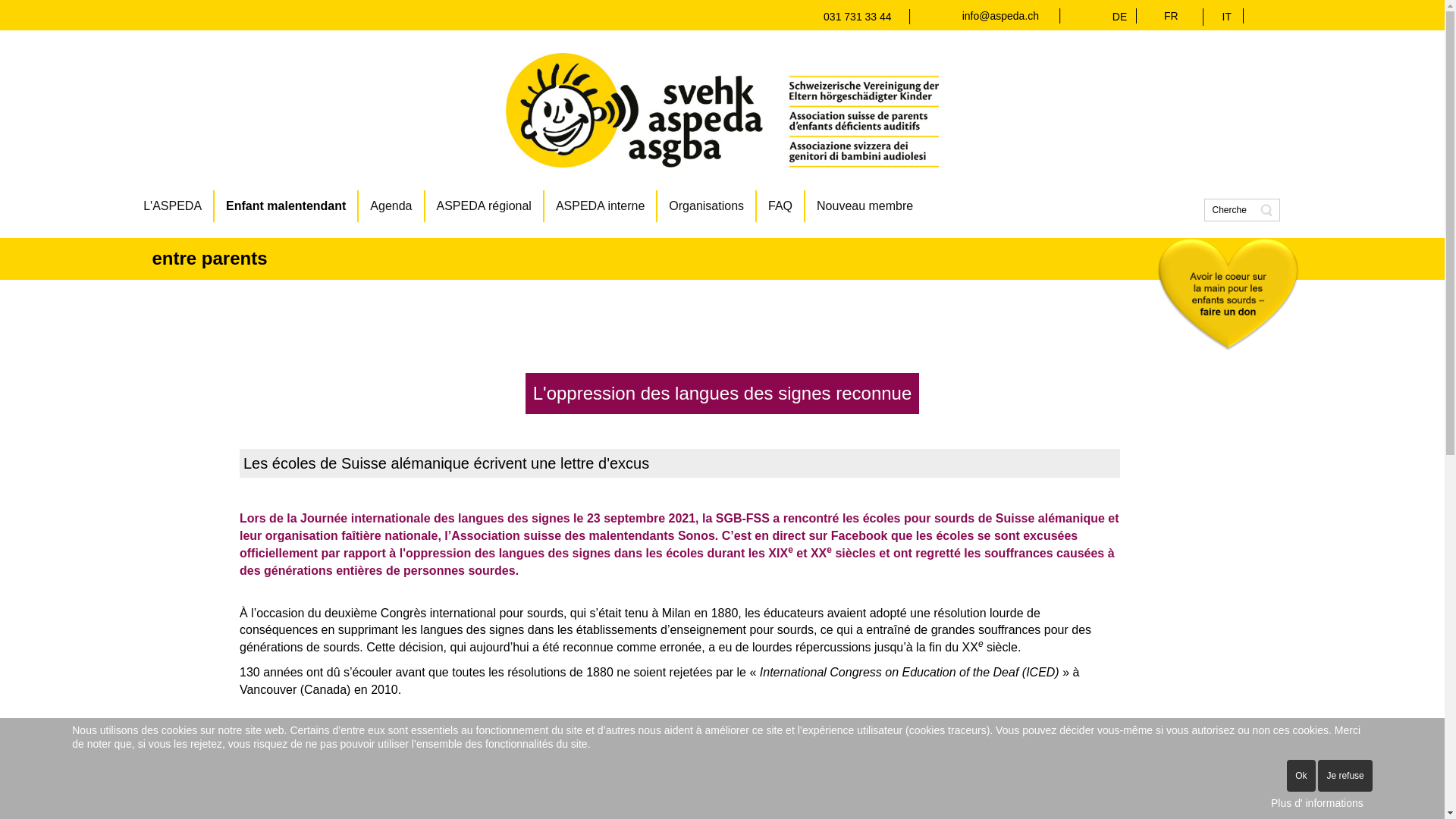  I want to click on 'FR', so click(1163, 15).